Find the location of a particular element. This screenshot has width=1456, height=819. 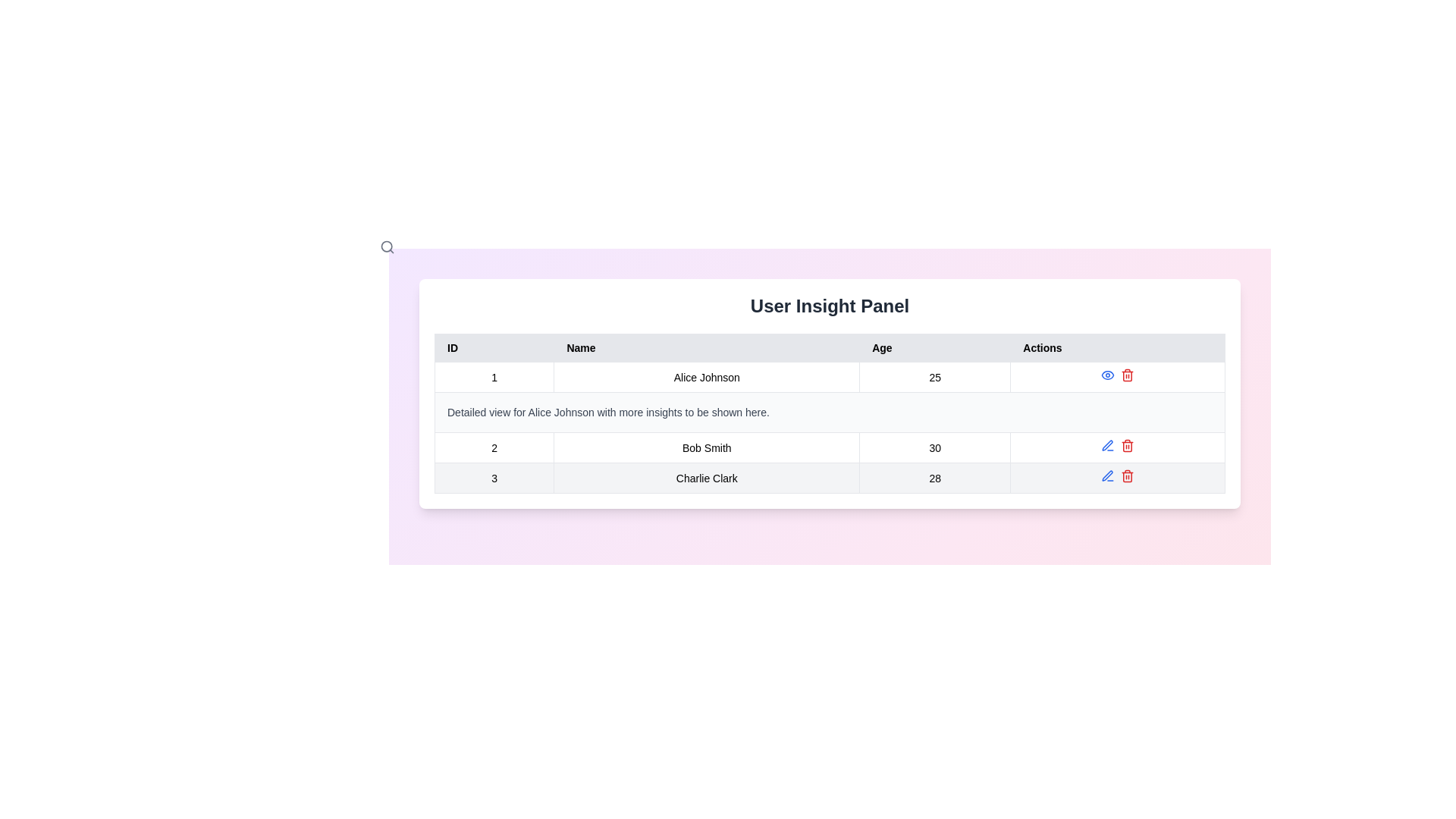

the text heading 'User Insight Panel', which is styled in bold, large font and centered above the data table is located at coordinates (829, 306).